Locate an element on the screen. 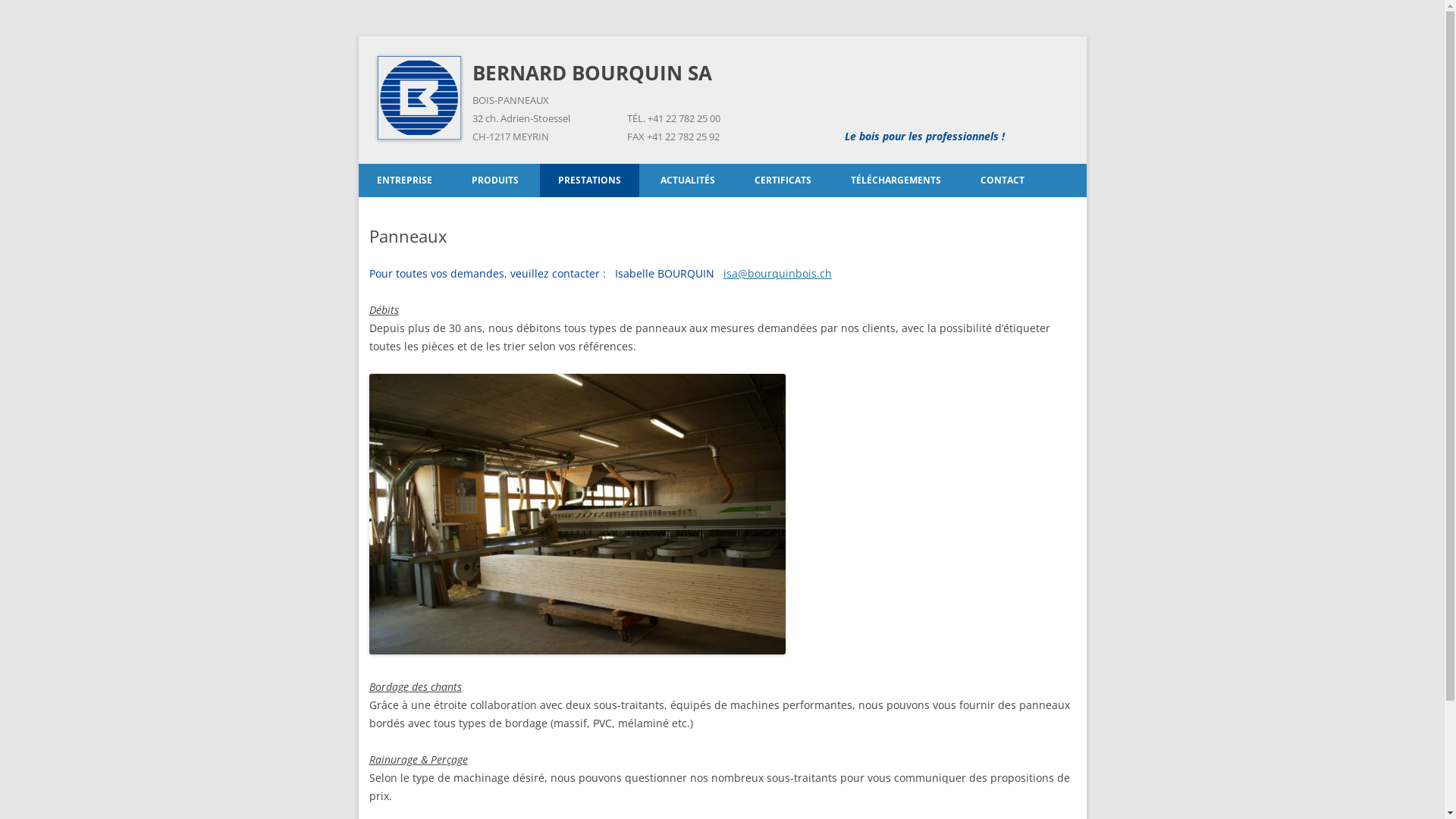  'isa@bourquinbois.ch' is located at coordinates (777, 273).